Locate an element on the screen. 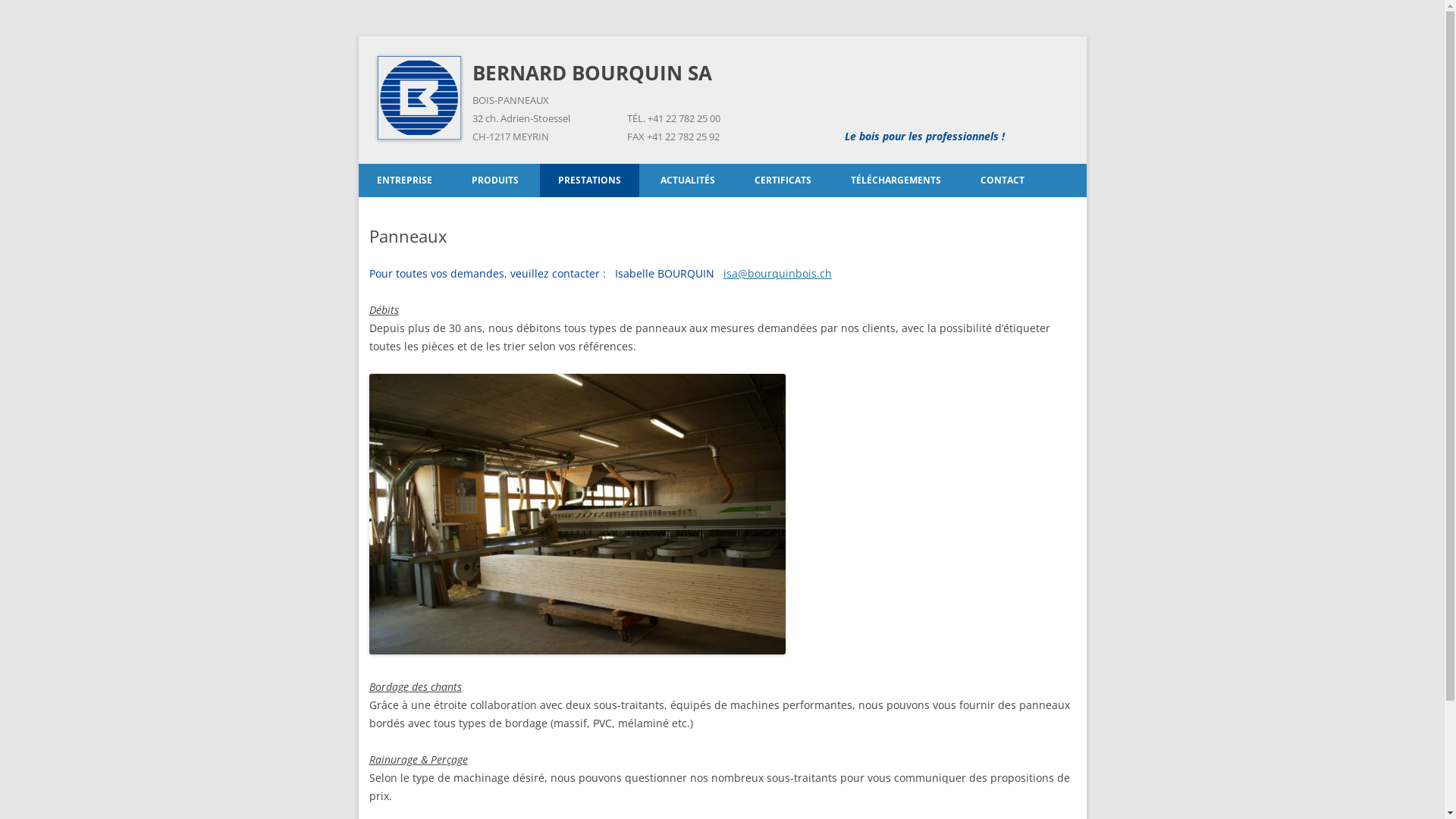  'isa@bourquinbois.ch' is located at coordinates (777, 273).